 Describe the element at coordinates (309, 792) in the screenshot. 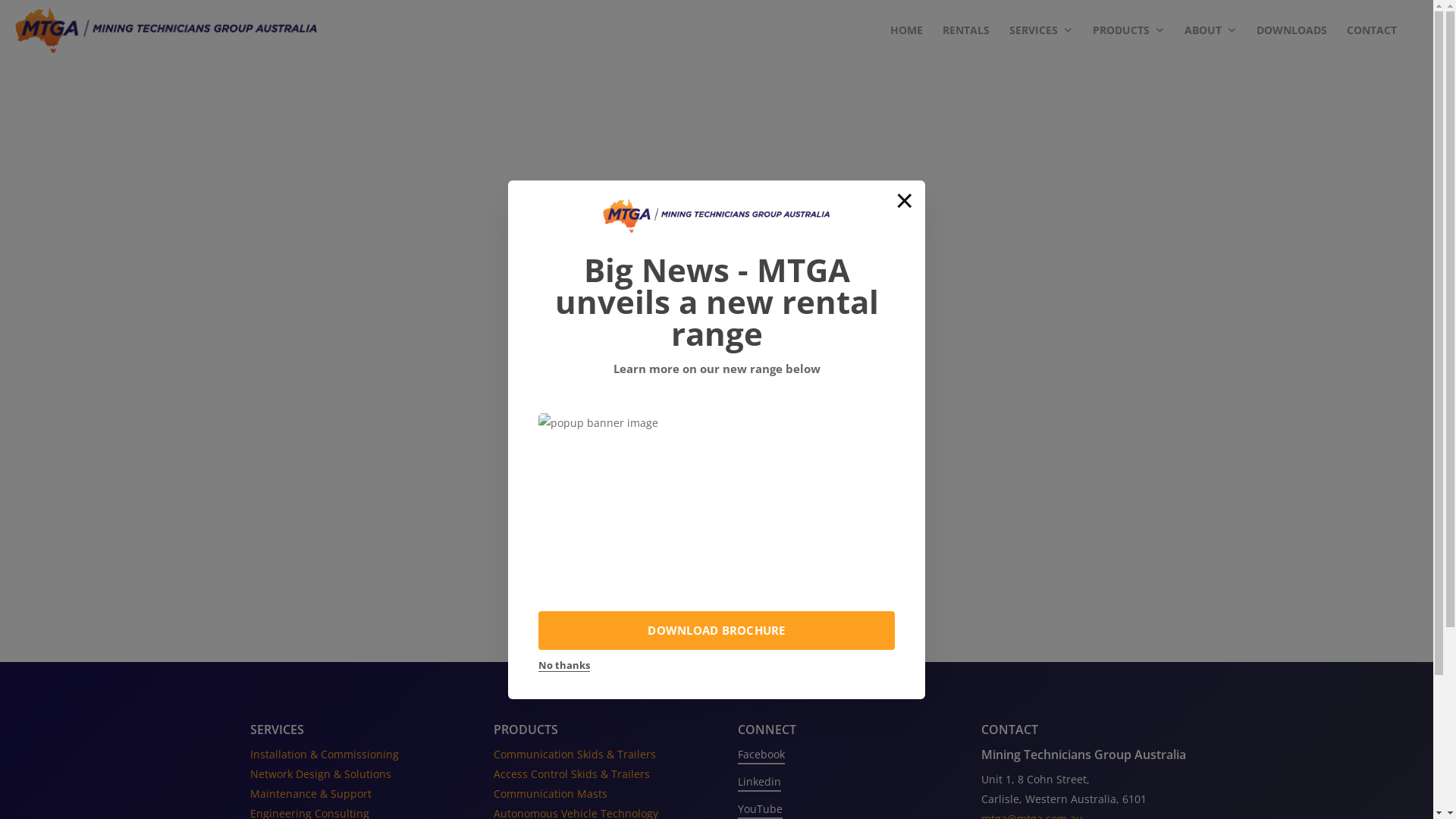

I see `'Maintenance & Support'` at that location.